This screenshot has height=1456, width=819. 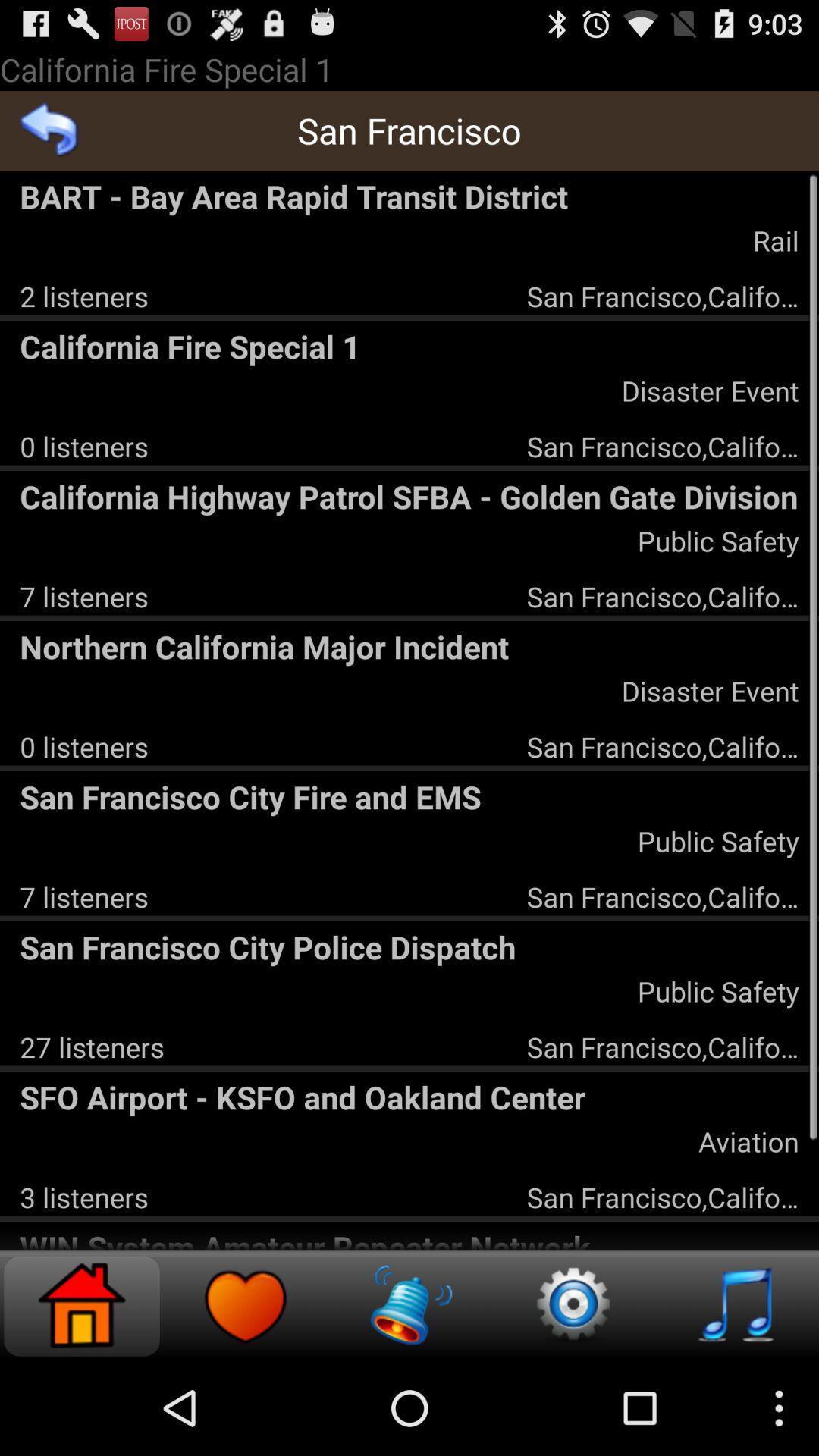 What do you see at coordinates (776, 240) in the screenshot?
I see `the rail app` at bounding box center [776, 240].